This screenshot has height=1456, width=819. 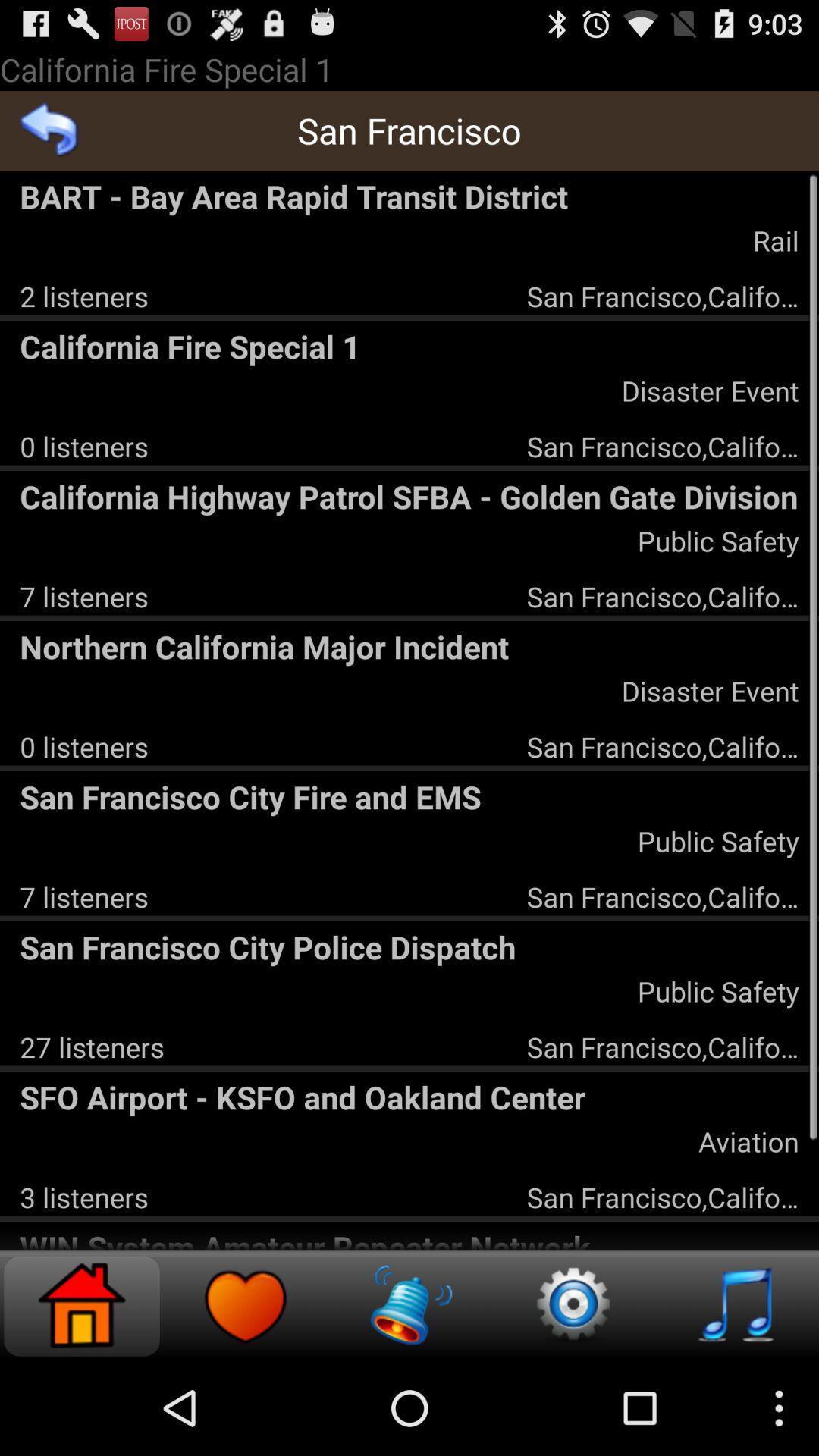 What do you see at coordinates (776, 240) in the screenshot?
I see `the rail app` at bounding box center [776, 240].